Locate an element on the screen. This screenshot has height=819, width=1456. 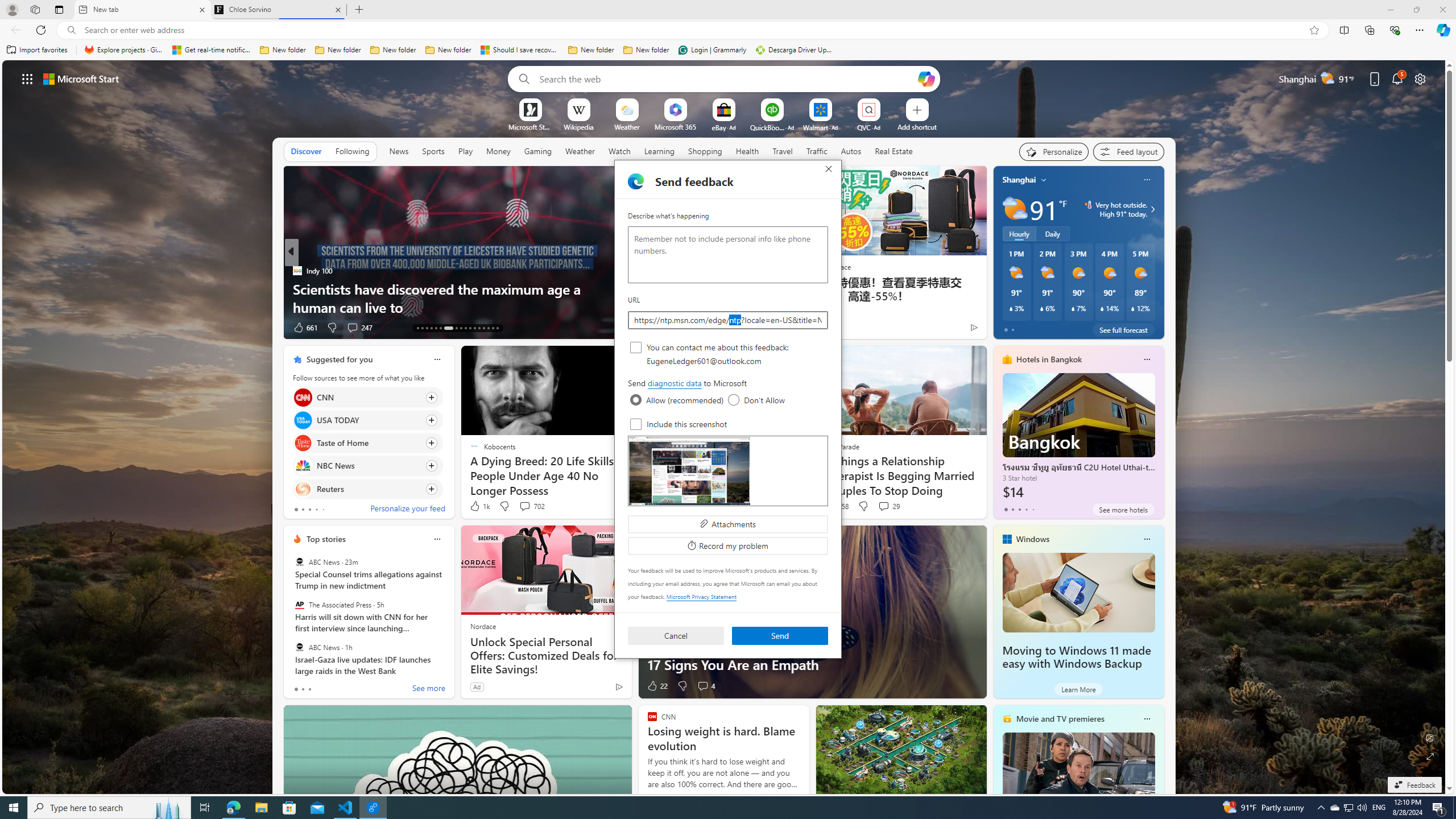
'AutomationID: tab-18' is located at coordinates (440, 328).